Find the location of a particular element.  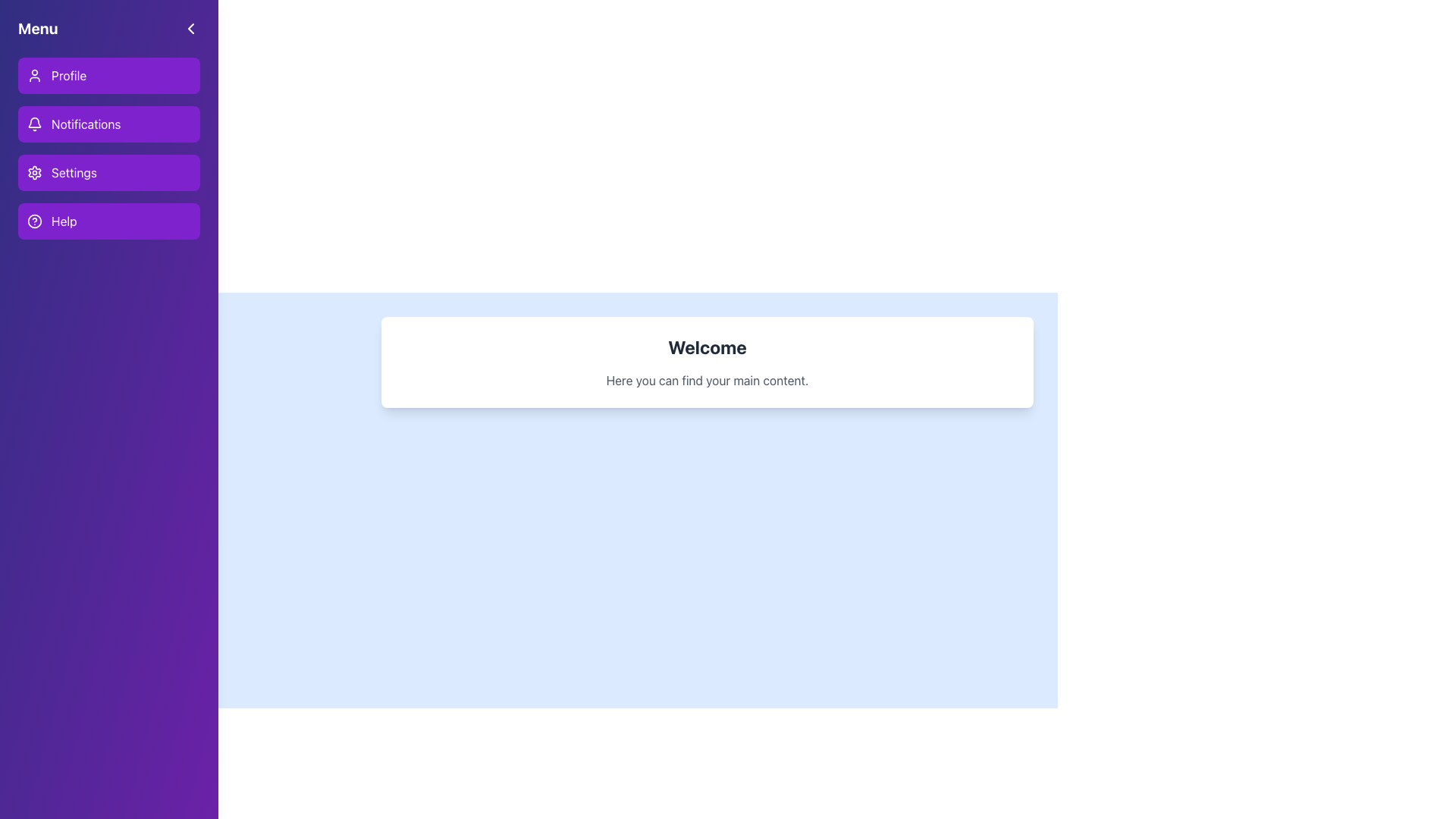

the gear-shaped 'Settings' icon in the sidebar menu is located at coordinates (35, 171).